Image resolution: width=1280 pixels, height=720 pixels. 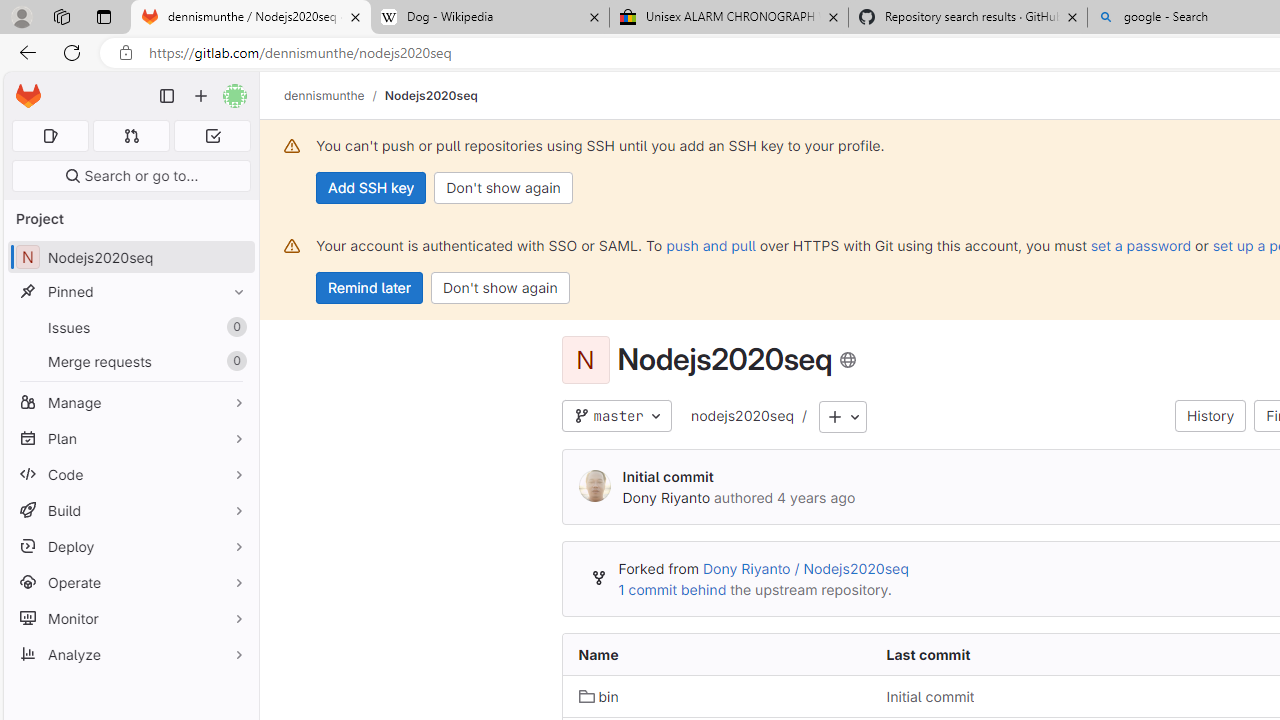 What do you see at coordinates (593, 487) in the screenshot?
I see `'Dony Riyanto'` at bounding box center [593, 487].